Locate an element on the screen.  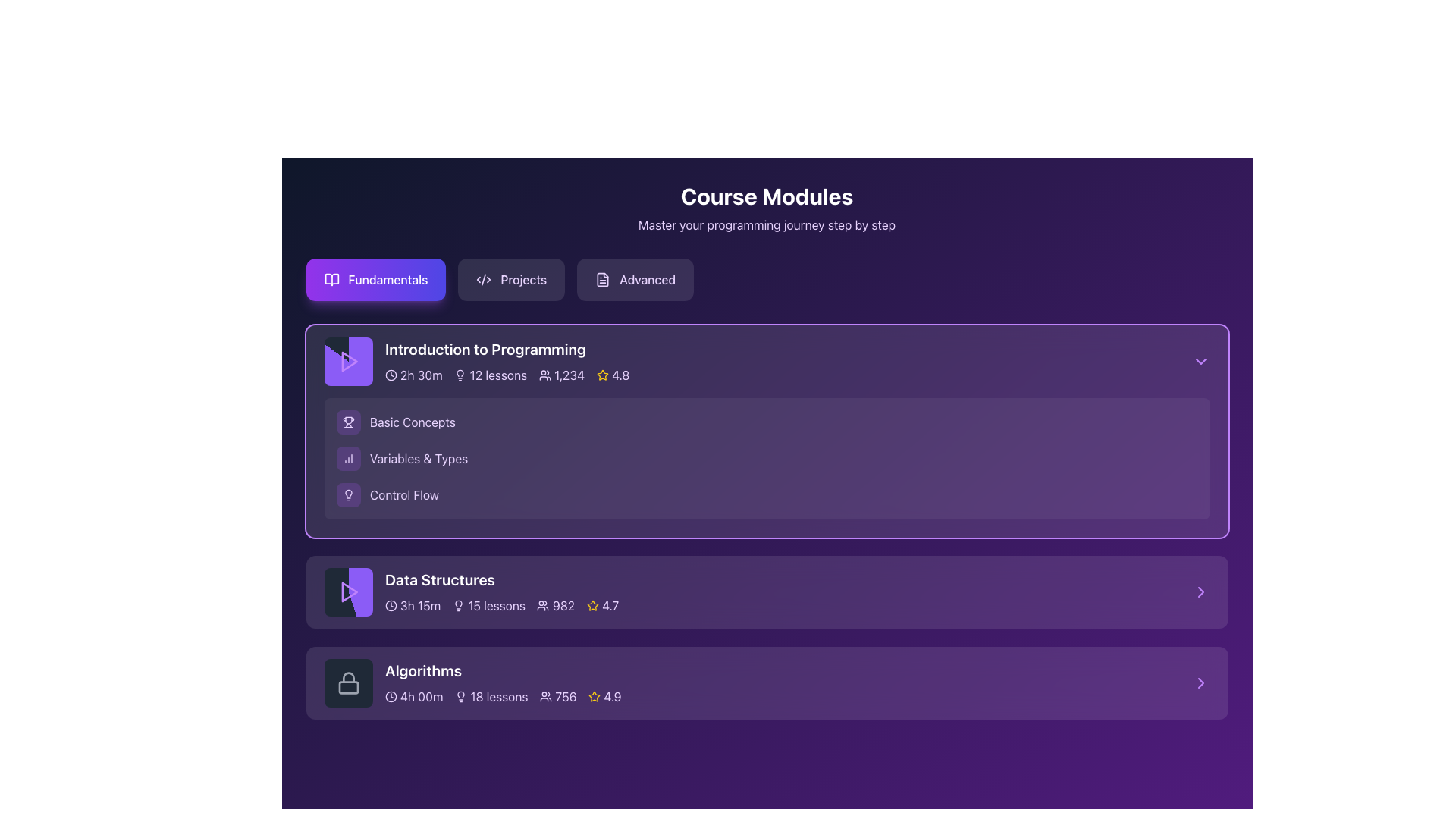
the lock icon located to the far left of the 'Algorithms' section is located at coordinates (347, 683).